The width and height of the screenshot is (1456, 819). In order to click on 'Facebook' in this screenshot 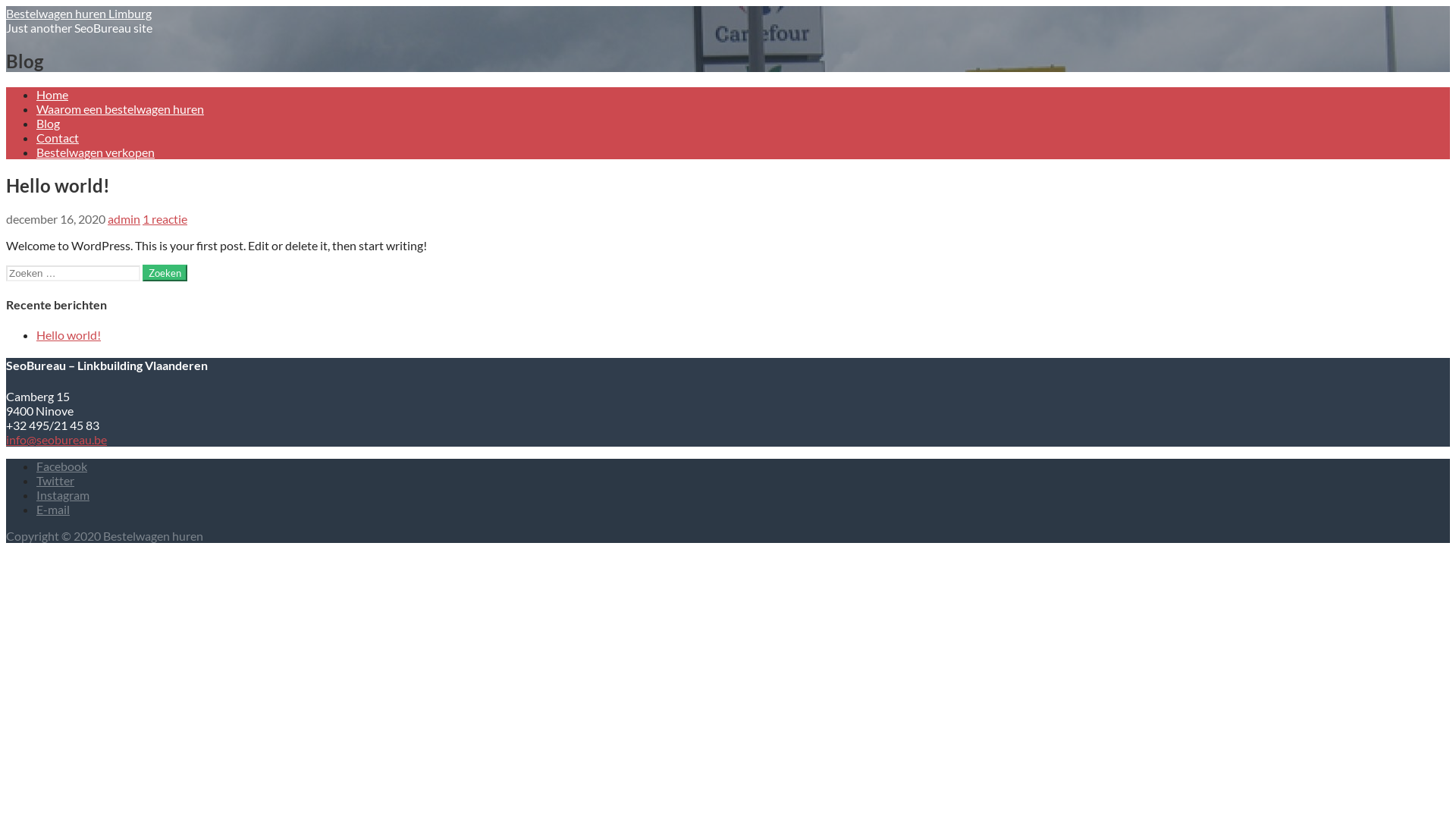, I will do `click(61, 465)`.